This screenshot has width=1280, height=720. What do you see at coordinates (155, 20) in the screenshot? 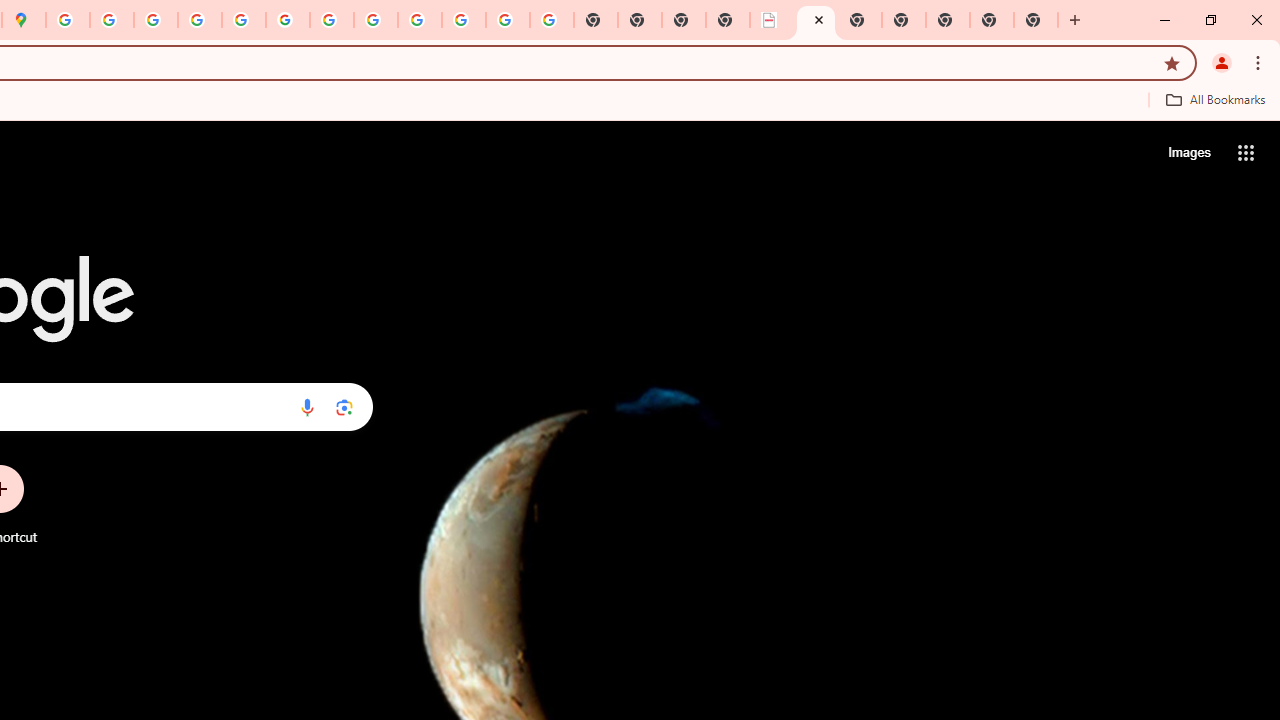
I see `'Privacy Help Center - Policies Help'` at bounding box center [155, 20].